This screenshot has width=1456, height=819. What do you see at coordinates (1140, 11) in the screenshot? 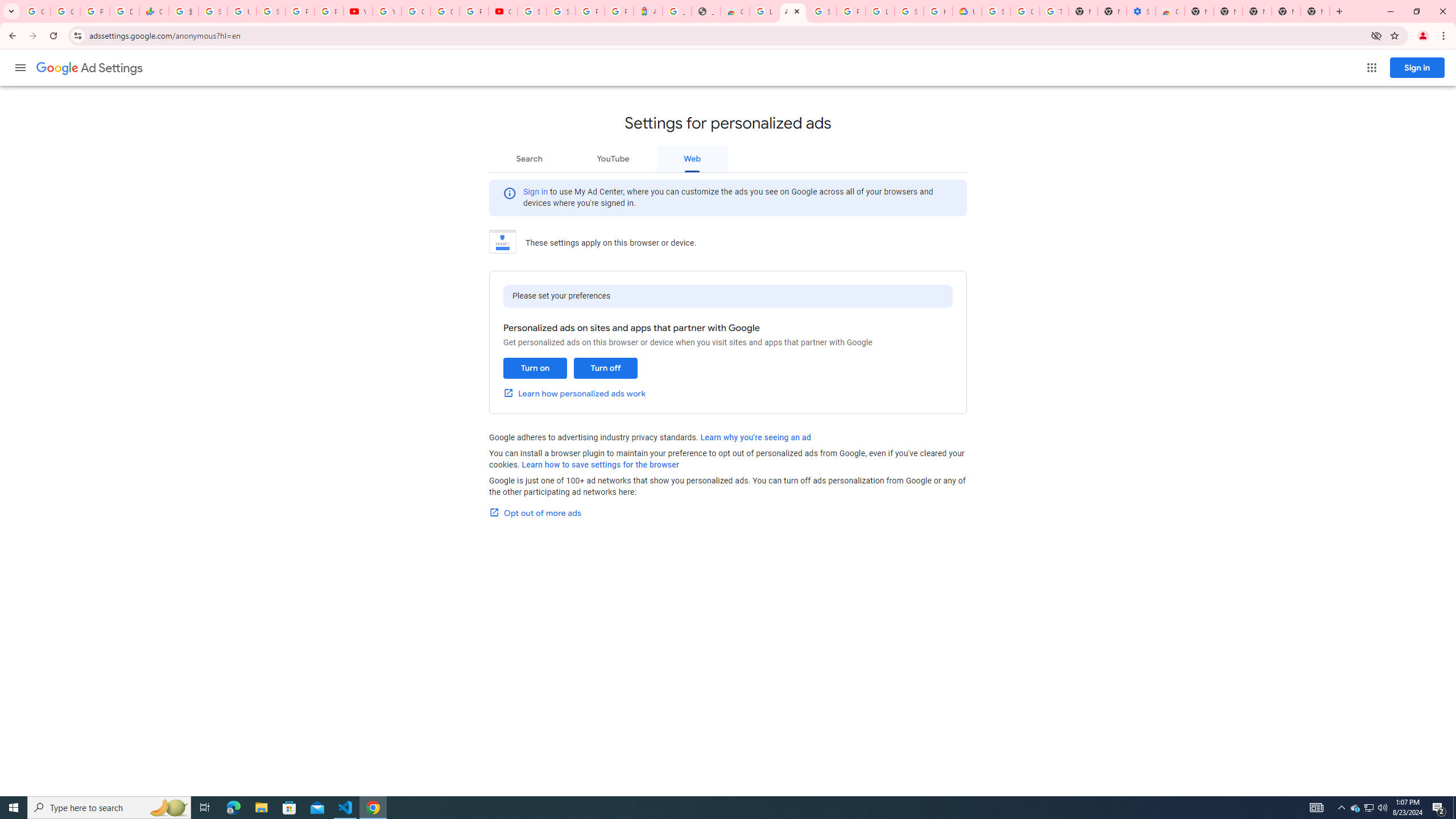
I see `'Settings - Accessibility'` at bounding box center [1140, 11].